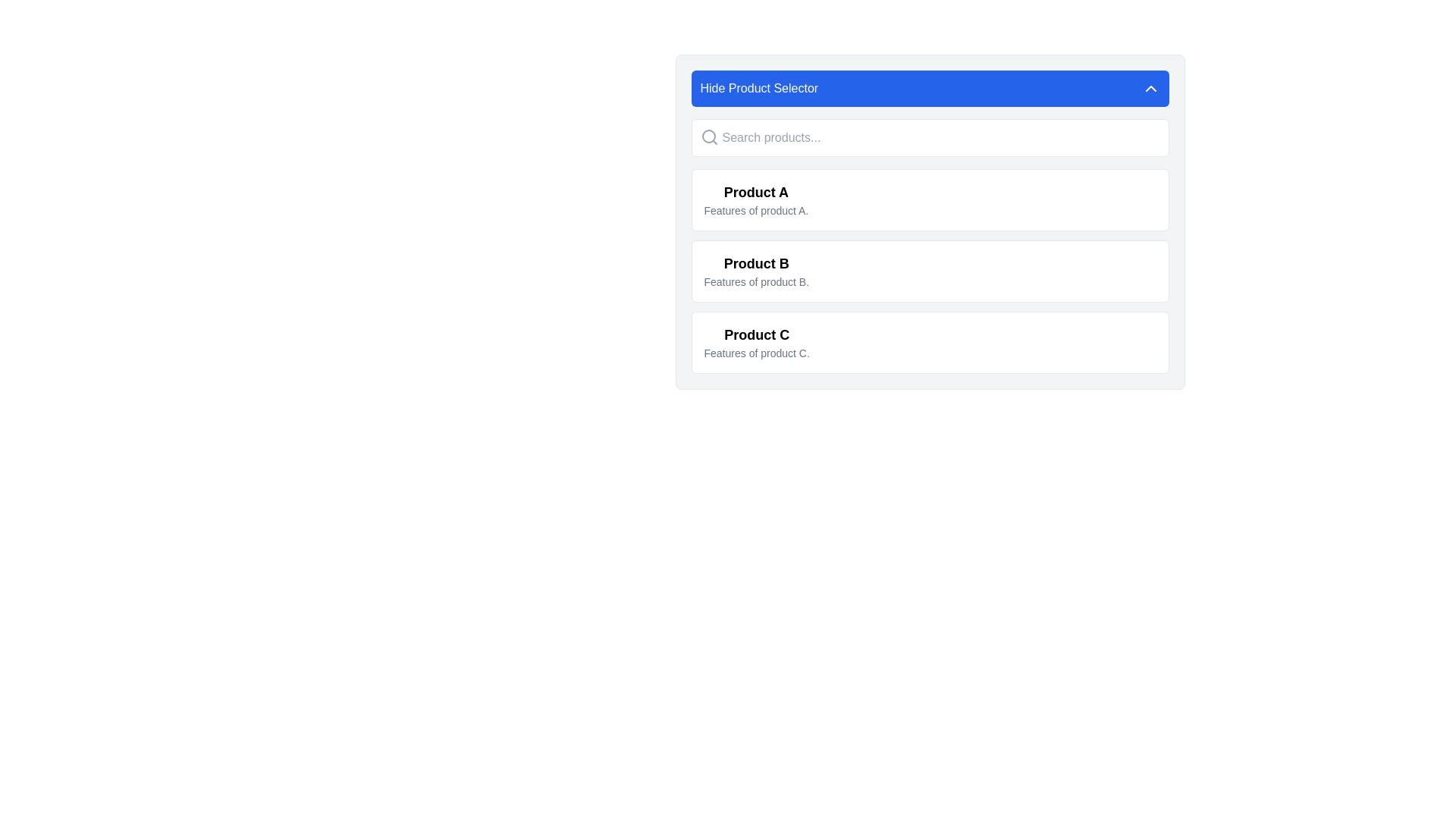  Describe the element at coordinates (756, 192) in the screenshot. I see `the text label 'Product A' to observe any visual changes, which is styled with bold and larger font size, located at the top of the first item in a list of selectable products` at that location.